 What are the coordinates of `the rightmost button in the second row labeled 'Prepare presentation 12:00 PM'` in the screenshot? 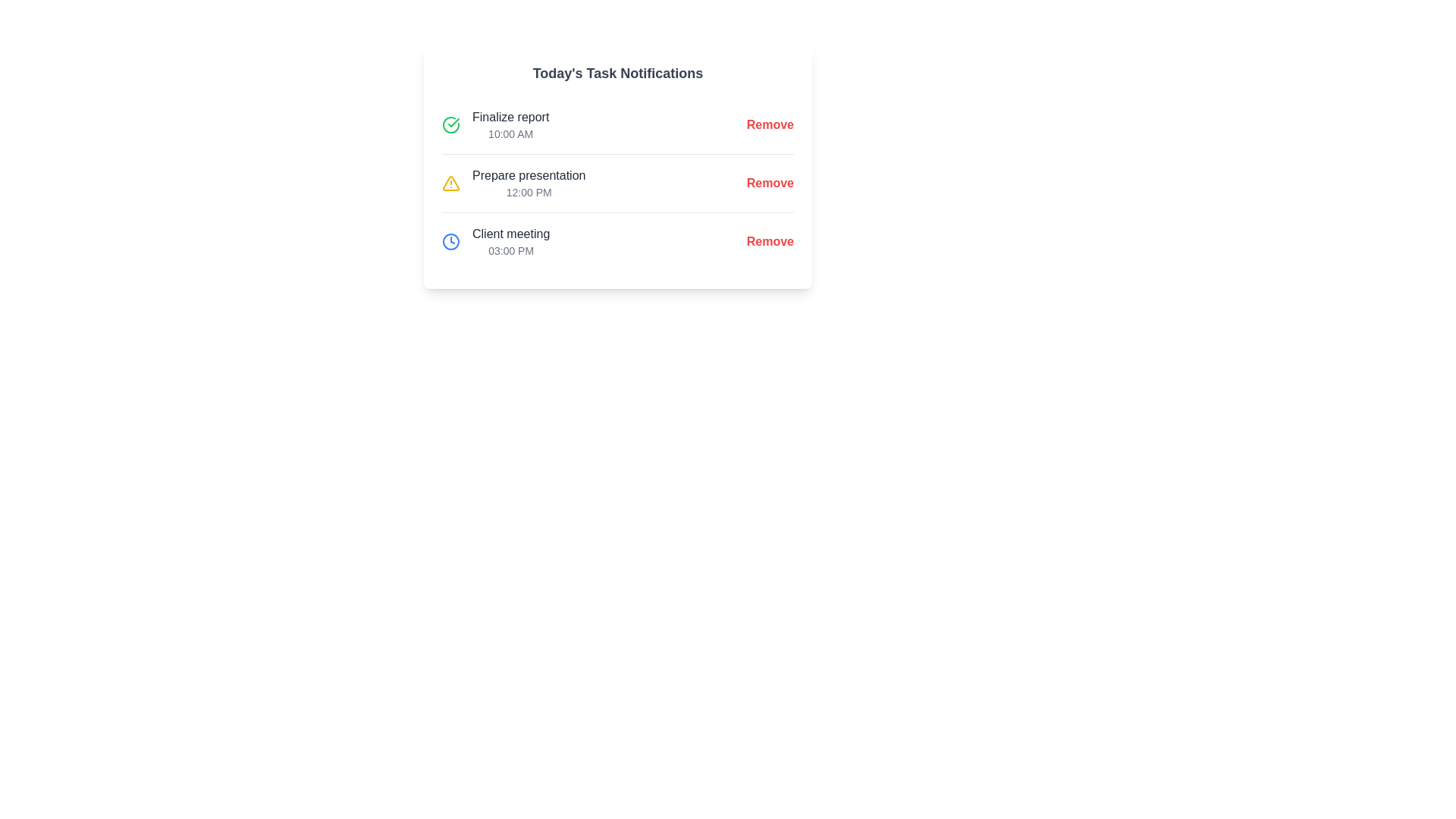 It's located at (770, 183).